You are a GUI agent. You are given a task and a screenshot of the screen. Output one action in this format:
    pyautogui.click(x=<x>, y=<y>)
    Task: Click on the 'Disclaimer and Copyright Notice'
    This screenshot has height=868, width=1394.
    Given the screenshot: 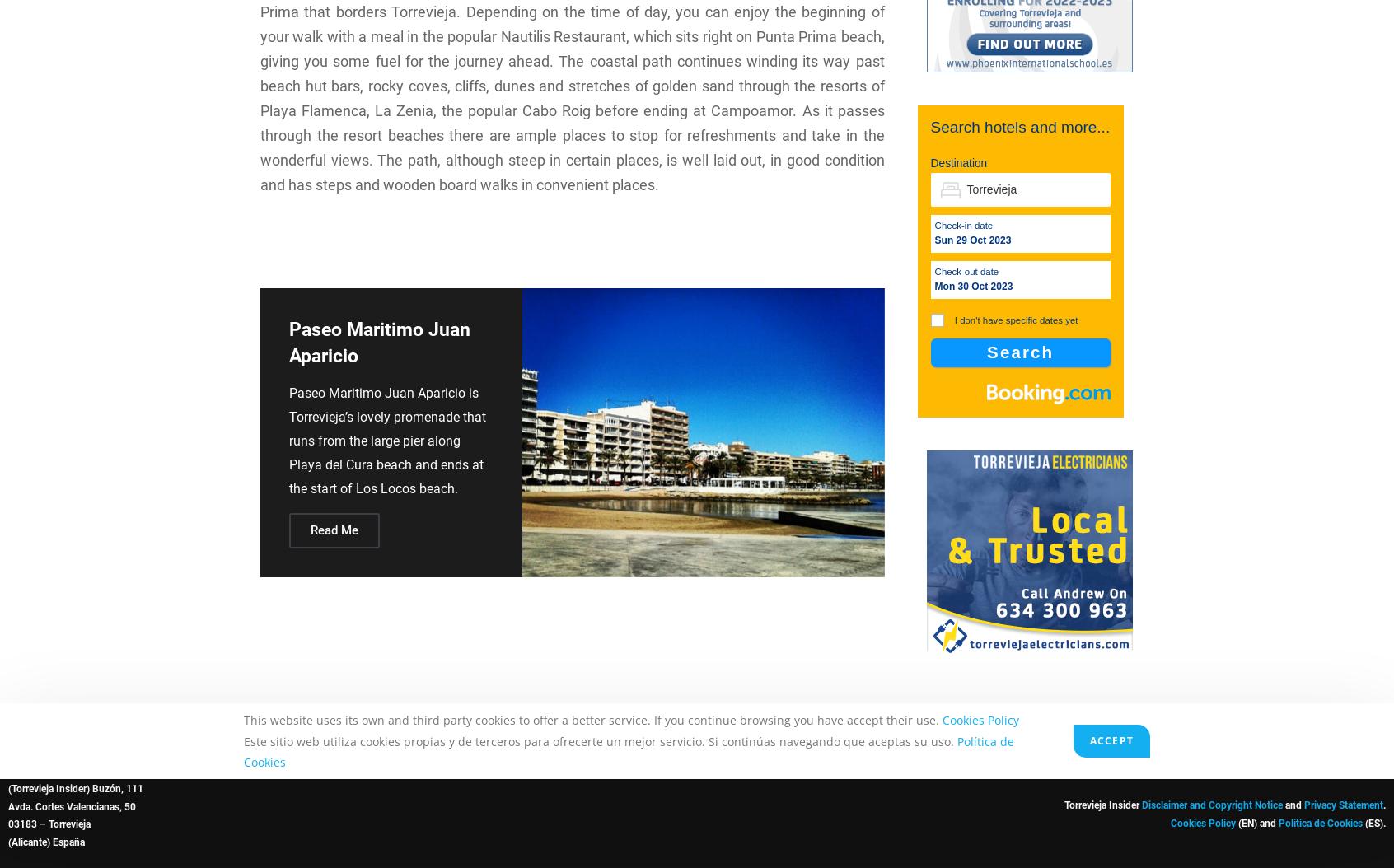 What is the action you would take?
    pyautogui.click(x=1211, y=805)
    